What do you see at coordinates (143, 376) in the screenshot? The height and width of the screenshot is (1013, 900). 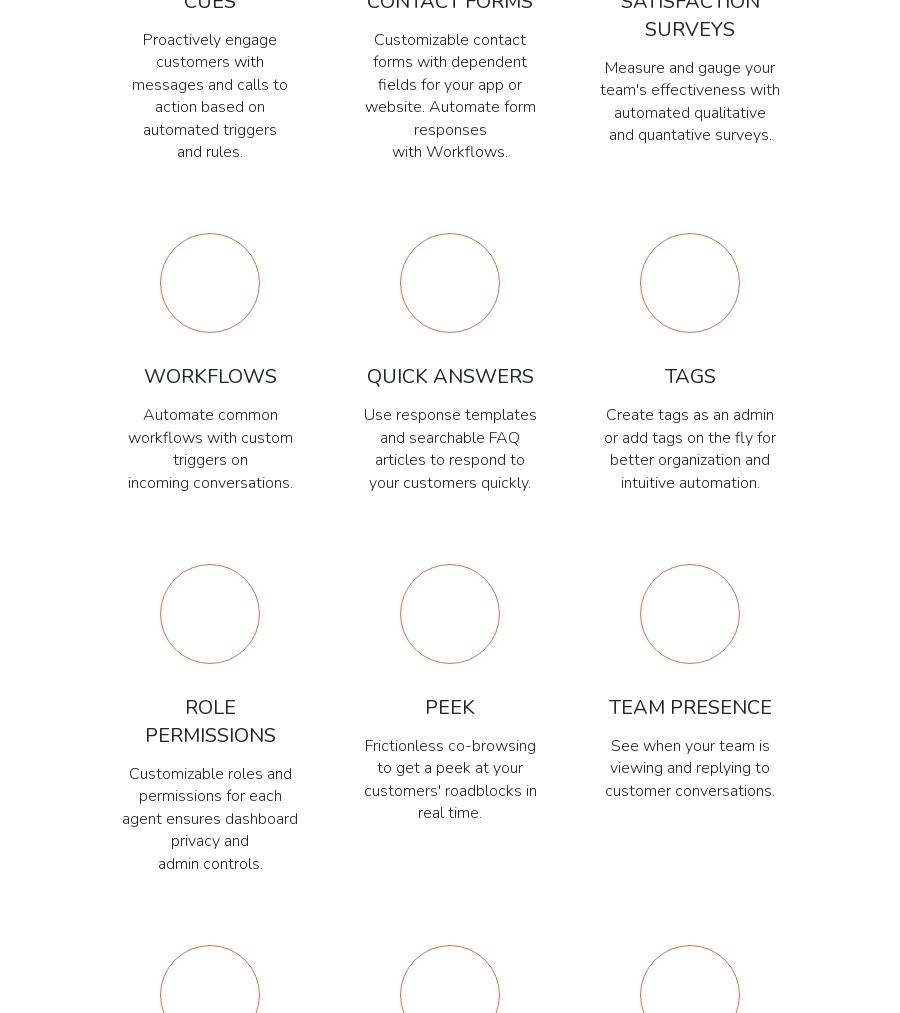 I see `'Workflows'` at bounding box center [143, 376].